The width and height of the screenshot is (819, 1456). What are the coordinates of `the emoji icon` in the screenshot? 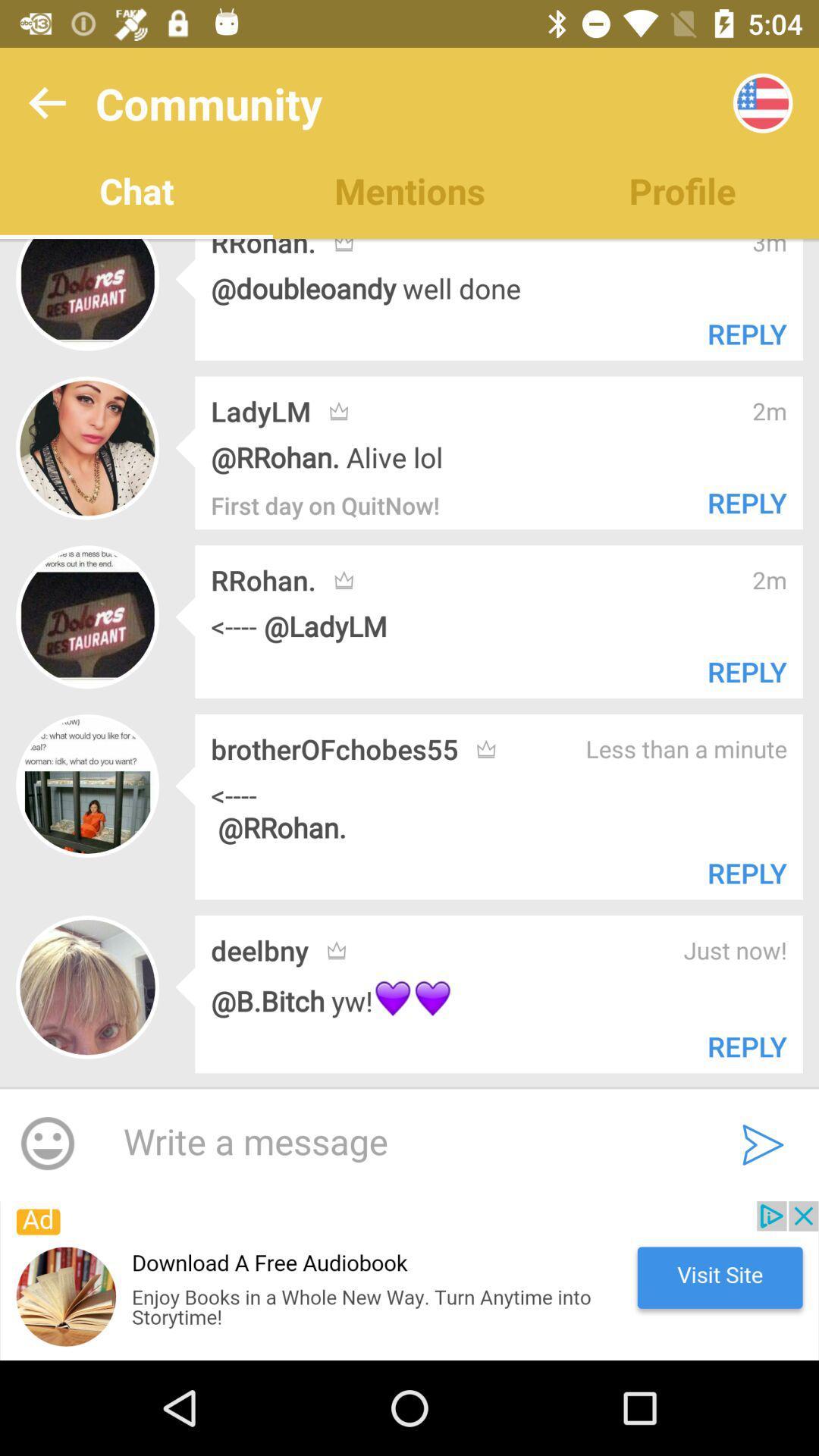 It's located at (46, 1144).